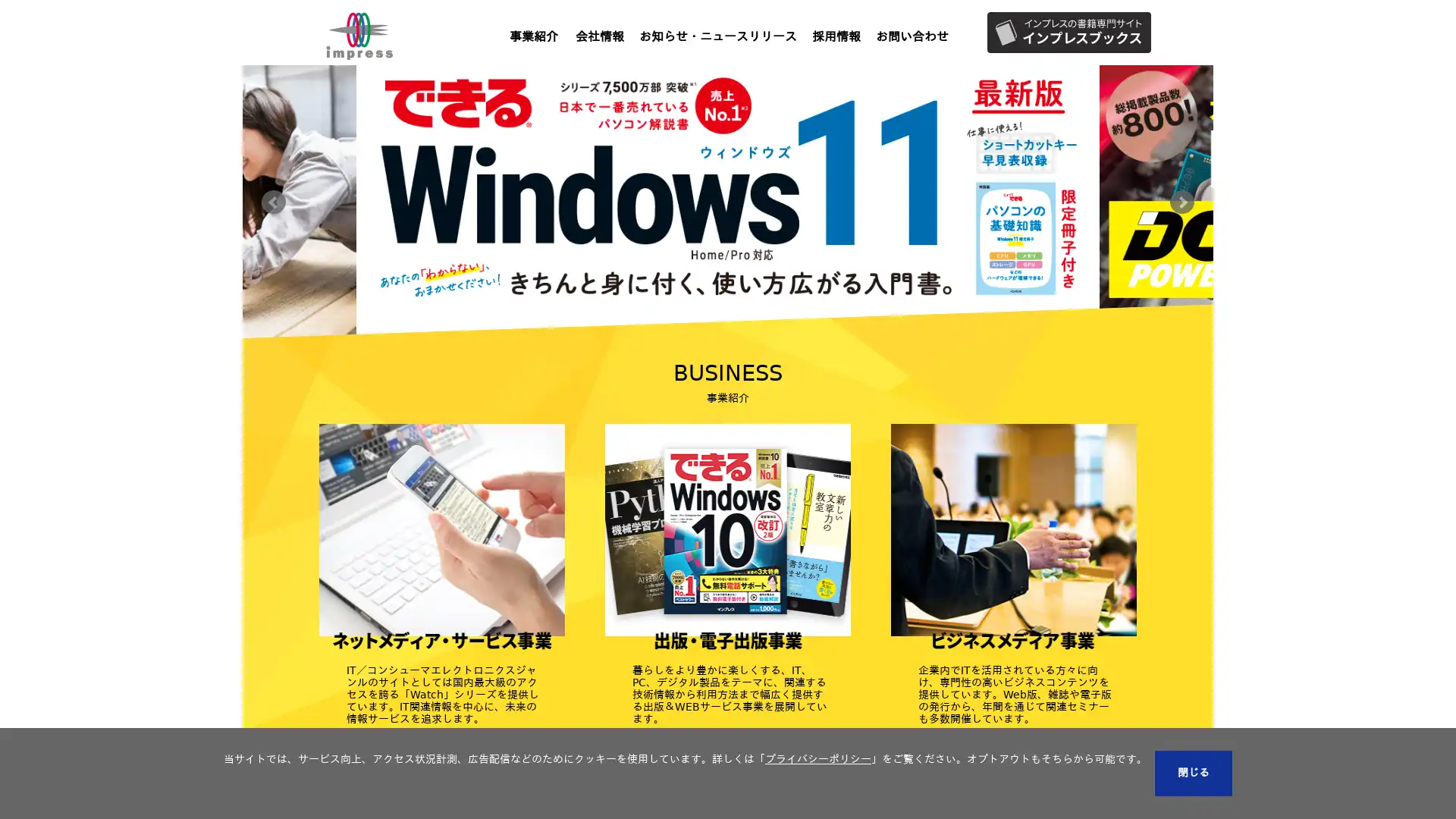  I want to click on a 5, so click(773, 350).